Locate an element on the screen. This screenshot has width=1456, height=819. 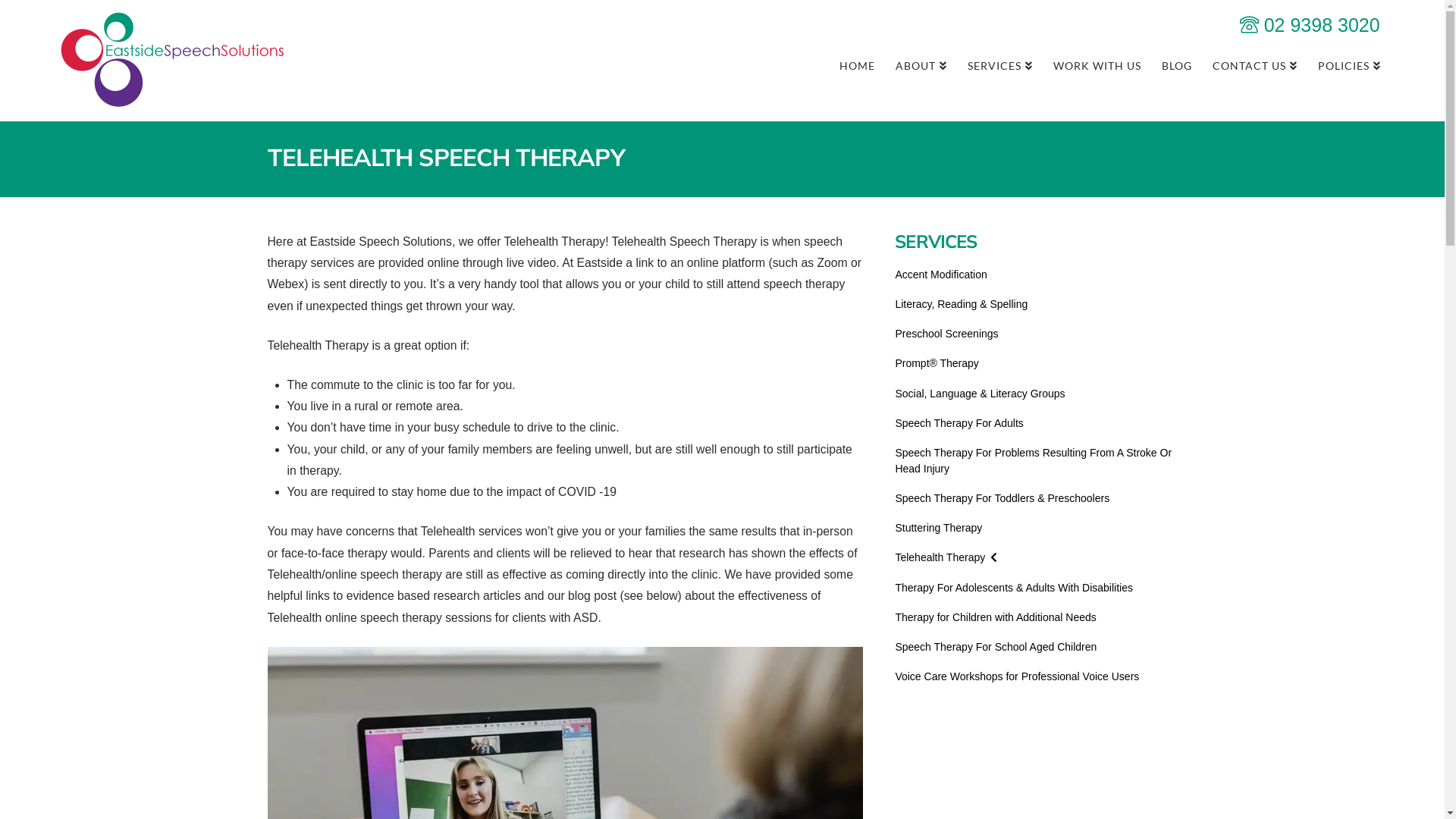
'Accent Modification' is located at coordinates (940, 275).